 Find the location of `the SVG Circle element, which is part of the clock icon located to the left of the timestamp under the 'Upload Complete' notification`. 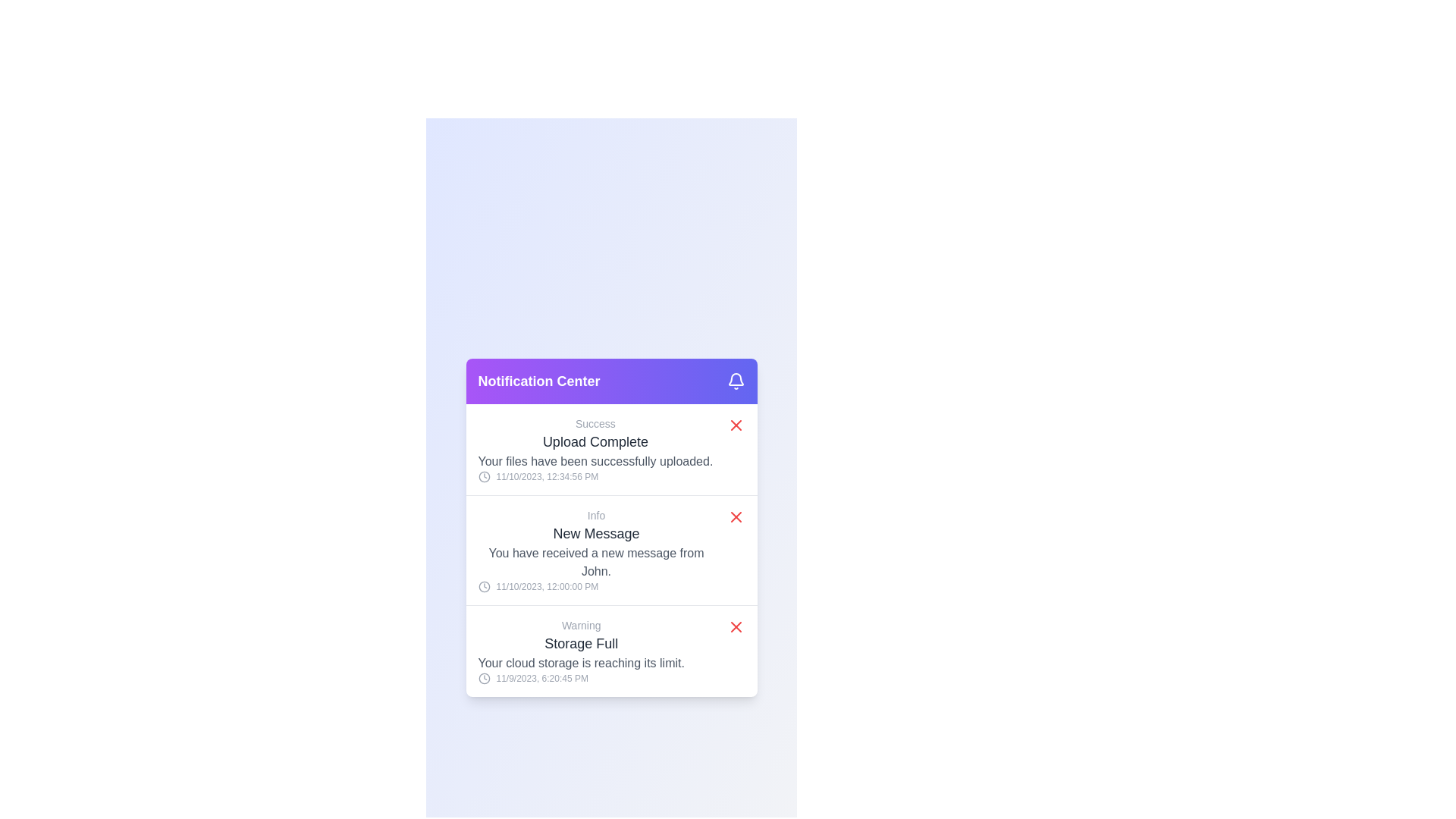

the SVG Circle element, which is part of the clock icon located to the left of the timestamp under the 'Upload Complete' notification is located at coordinates (483, 677).